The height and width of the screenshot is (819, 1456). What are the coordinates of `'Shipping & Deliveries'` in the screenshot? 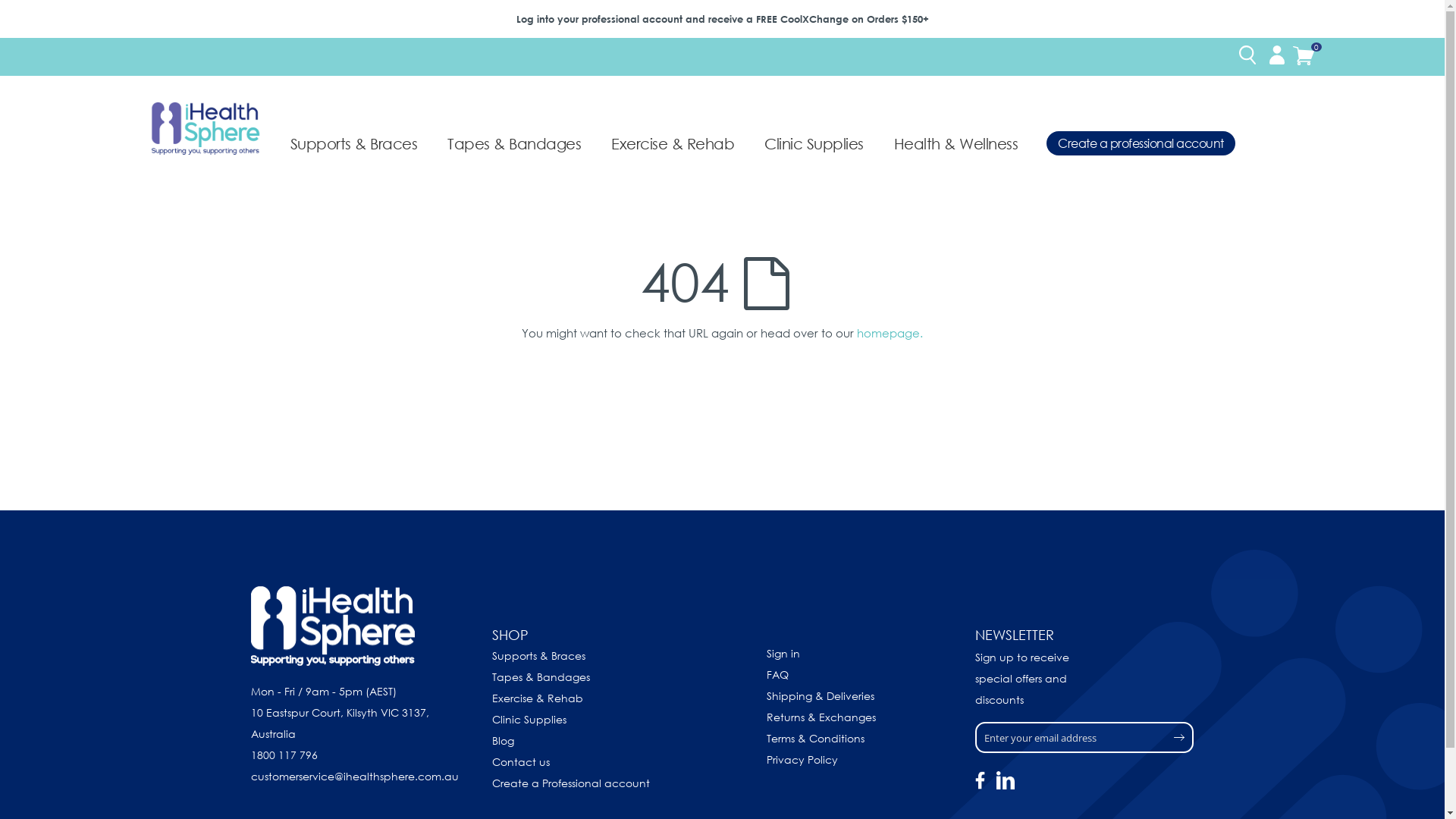 It's located at (819, 695).